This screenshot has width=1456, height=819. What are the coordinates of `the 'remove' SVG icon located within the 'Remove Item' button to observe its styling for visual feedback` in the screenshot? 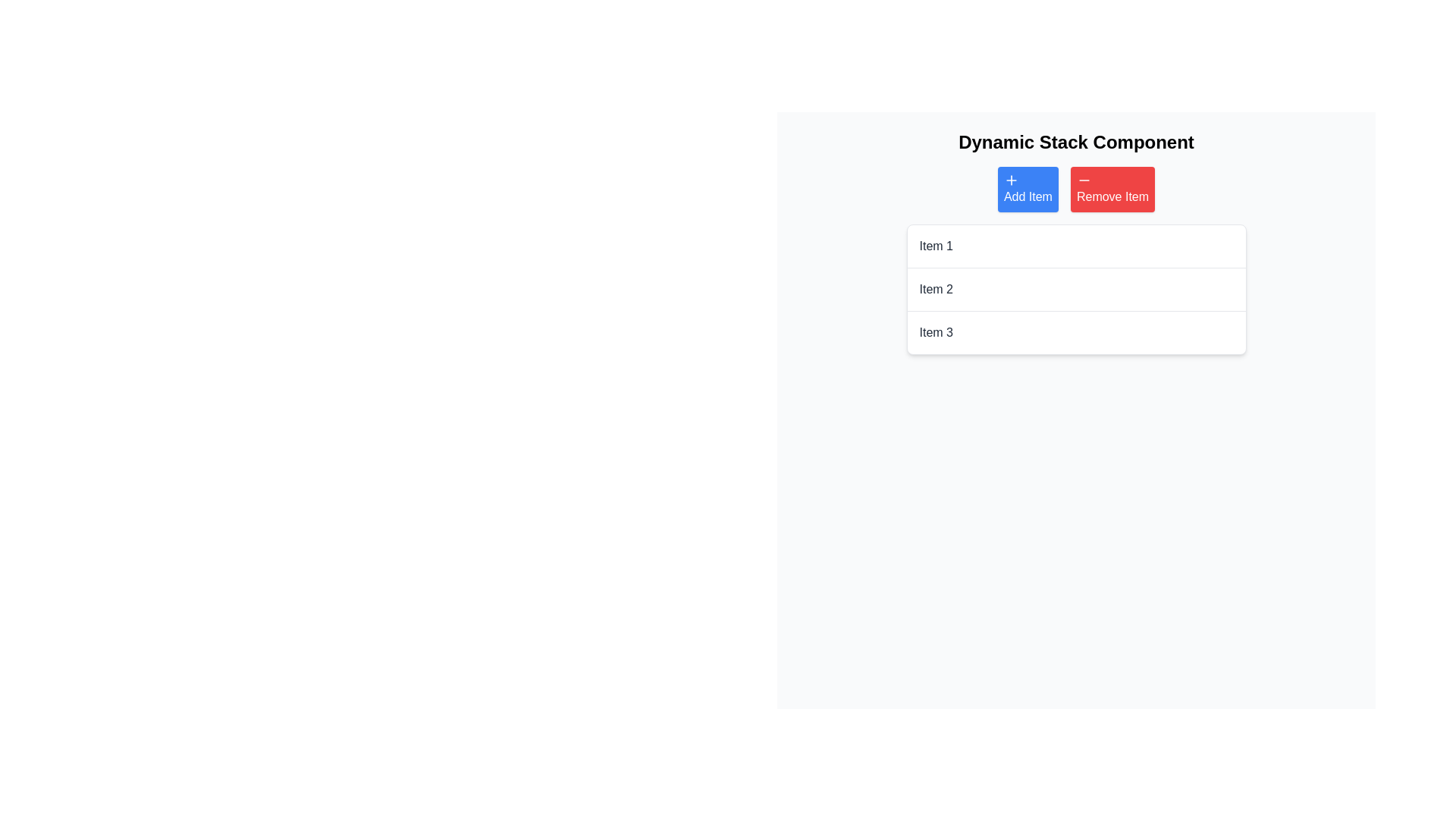 It's located at (1084, 180).